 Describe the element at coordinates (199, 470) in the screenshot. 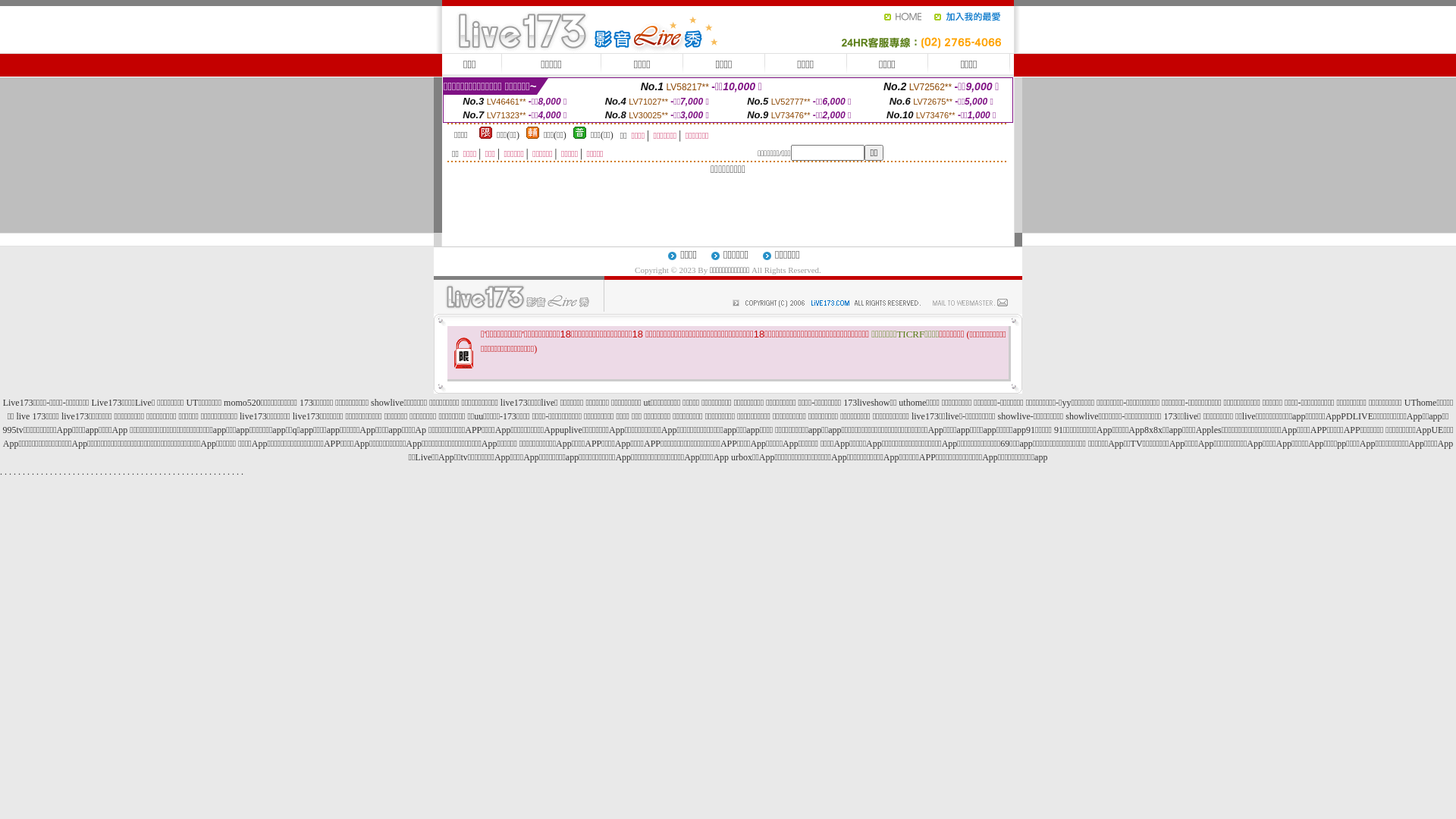

I see `'.'` at that location.